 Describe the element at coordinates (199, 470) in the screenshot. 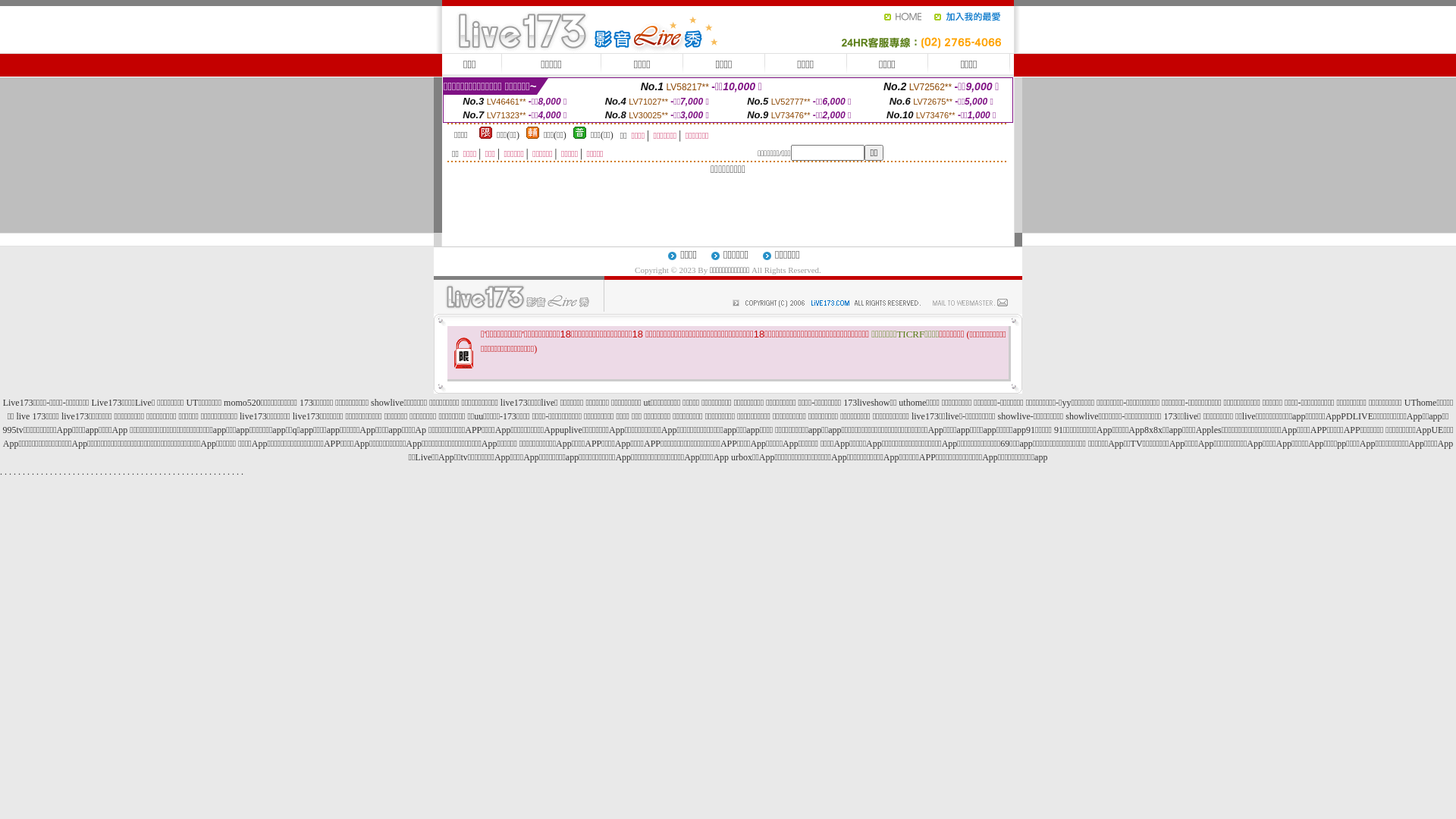

I see `'.'` at that location.